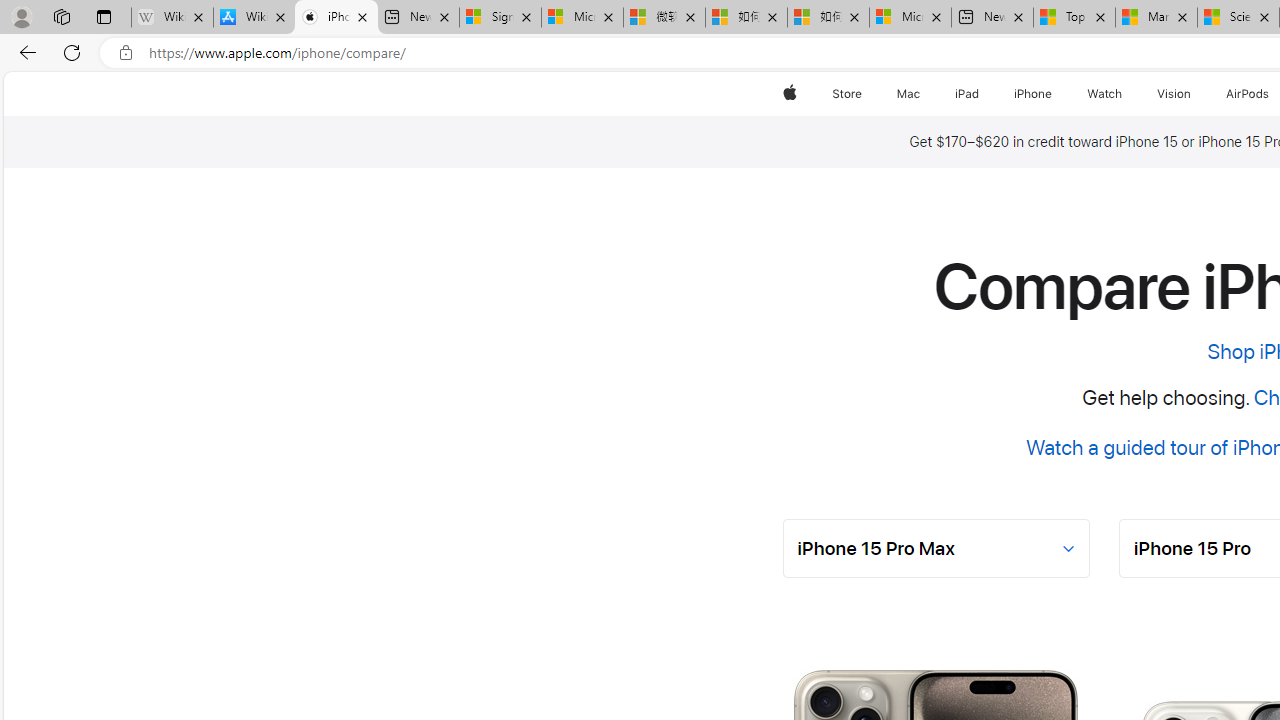  Describe the element at coordinates (846, 93) in the screenshot. I see `'Store'` at that location.